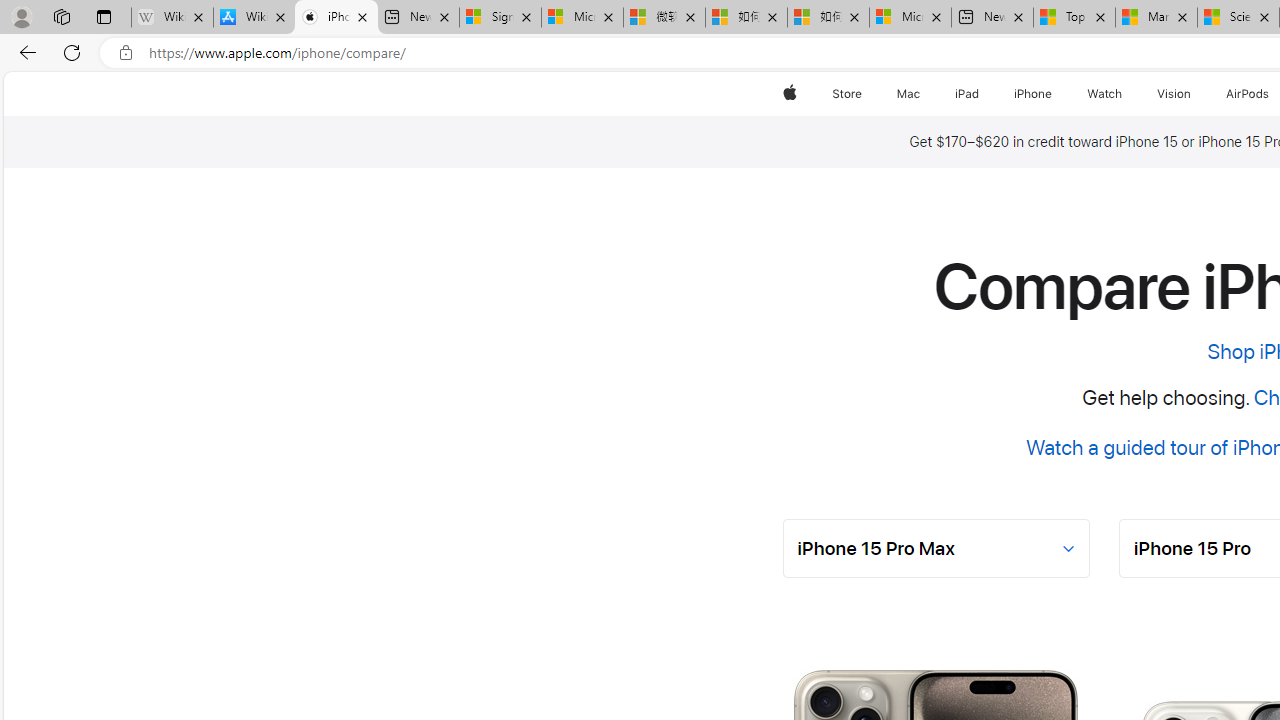  Describe the element at coordinates (846, 93) in the screenshot. I see `'Store'` at that location.